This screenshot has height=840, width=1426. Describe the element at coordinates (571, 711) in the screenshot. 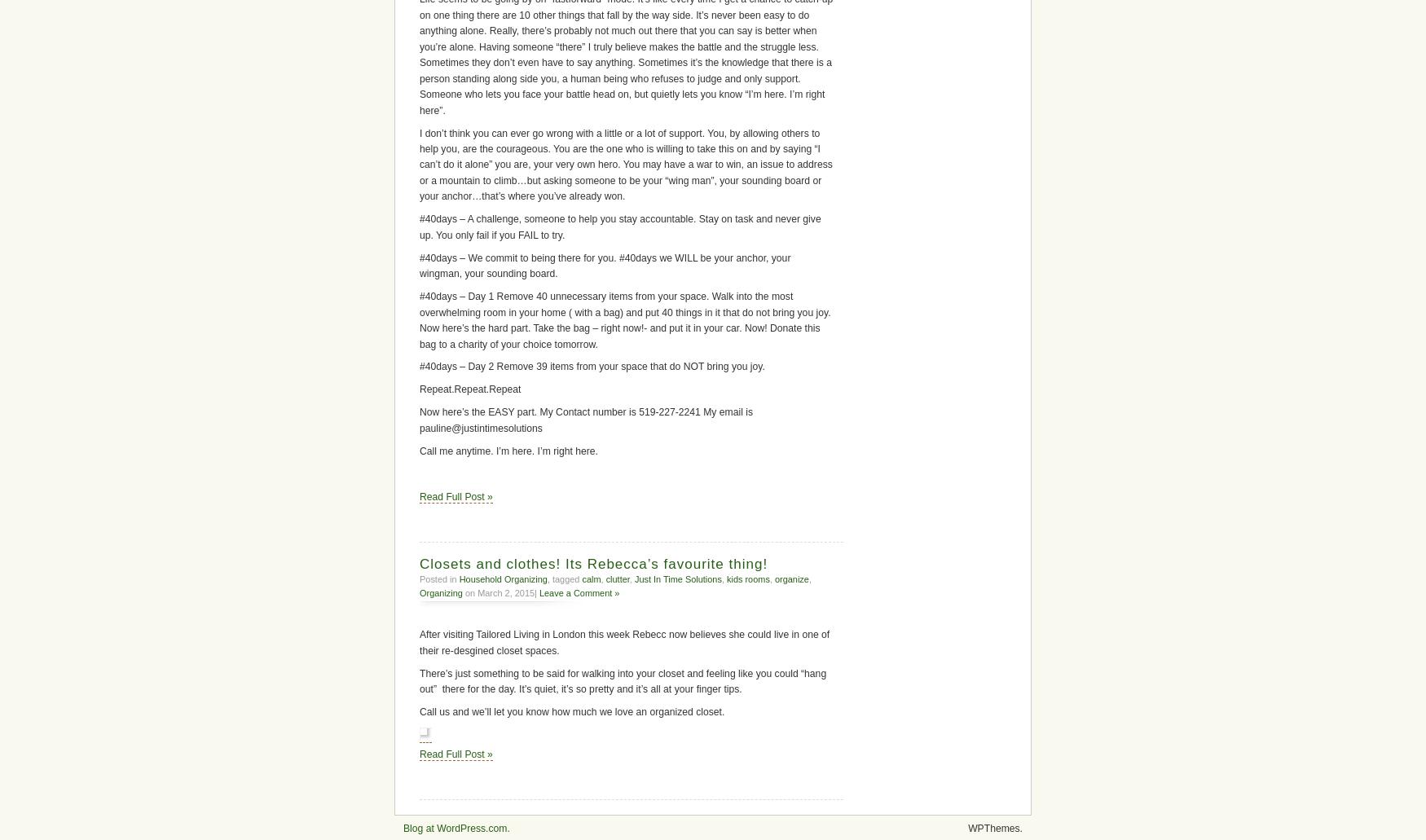

I see `'Call us and we’ll let you know how much we love an organized closet.'` at that location.